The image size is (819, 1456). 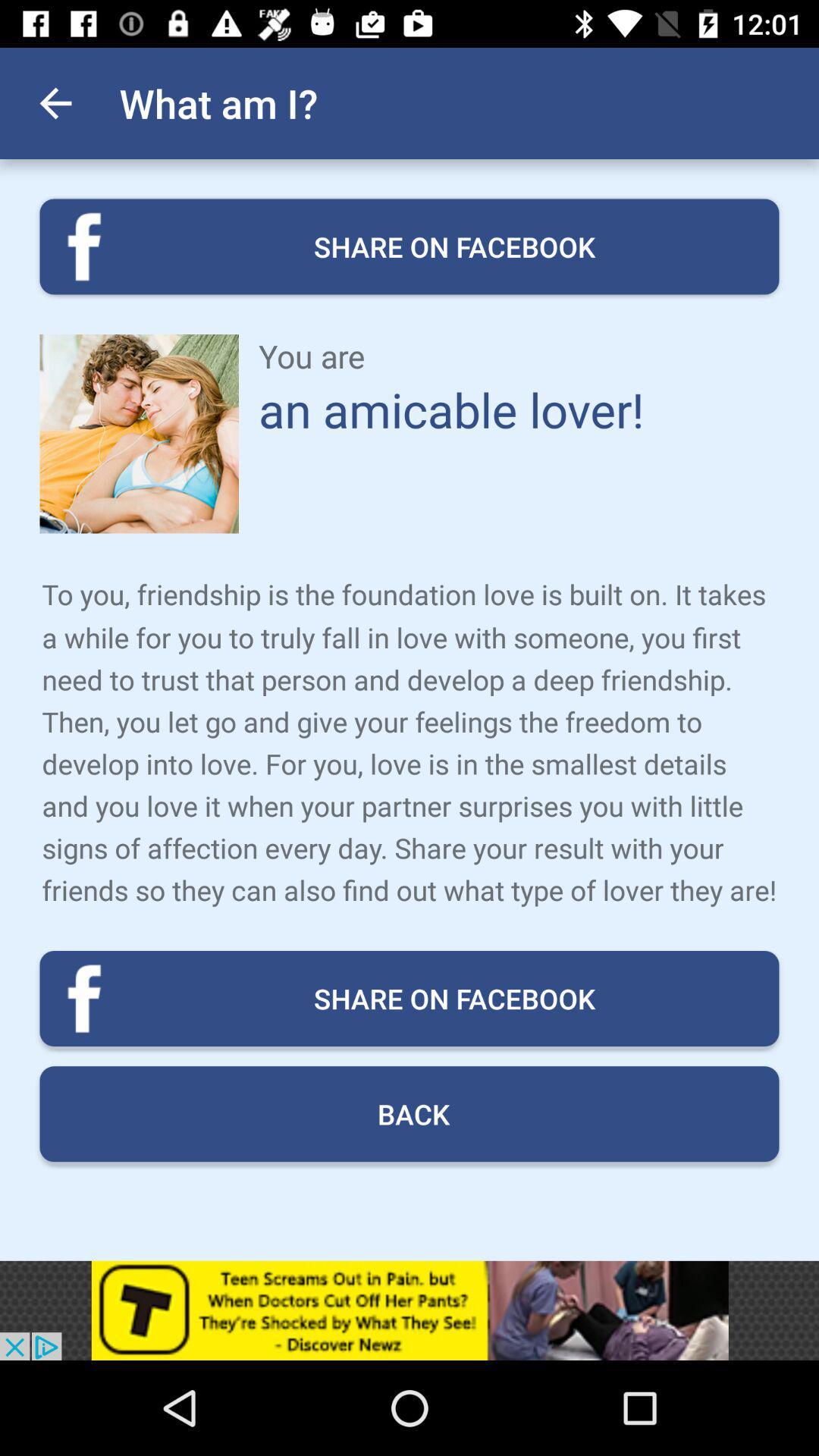 What do you see at coordinates (409, 1310) in the screenshot?
I see `advertise an app` at bounding box center [409, 1310].